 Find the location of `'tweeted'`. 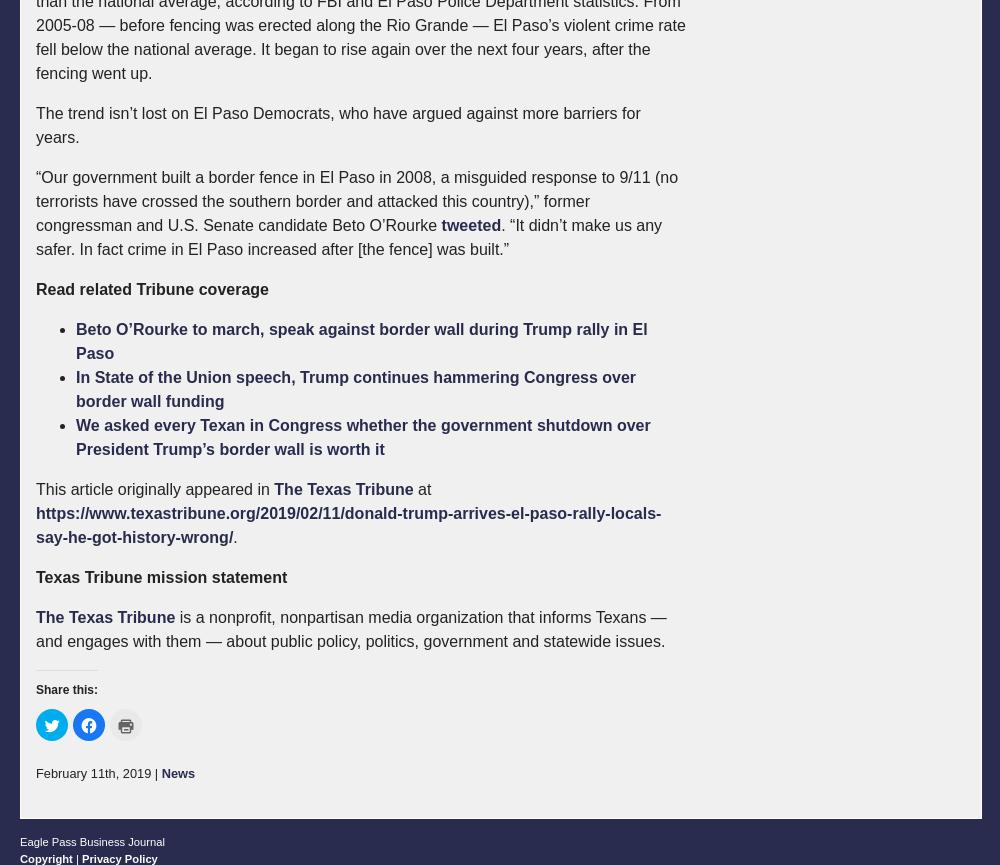

'tweeted' is located at coordinates (470, 224).